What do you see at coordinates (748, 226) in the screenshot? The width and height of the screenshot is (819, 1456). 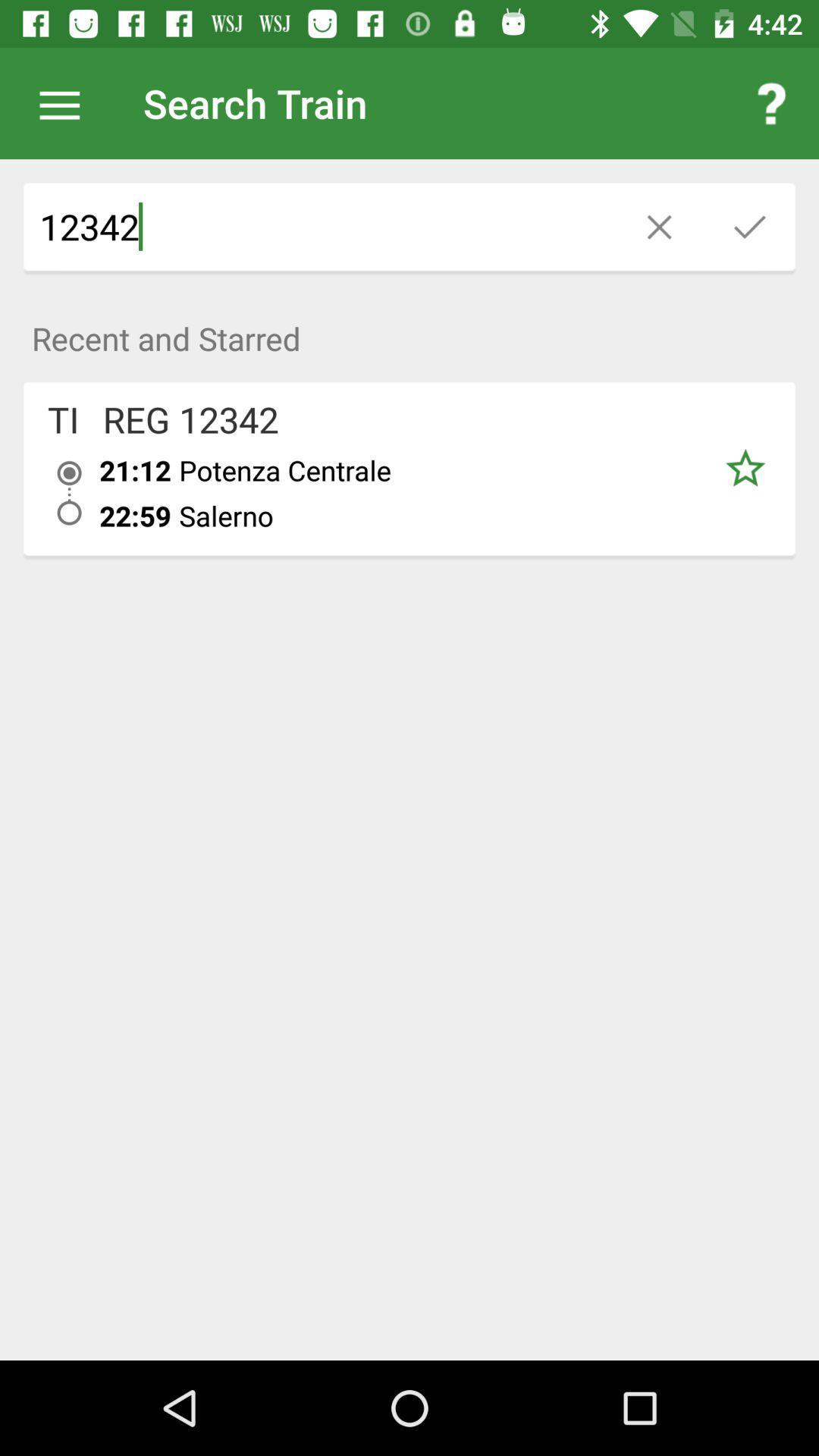 I see `the tick button at the top right side of the page` at bounding box center [748, 226].